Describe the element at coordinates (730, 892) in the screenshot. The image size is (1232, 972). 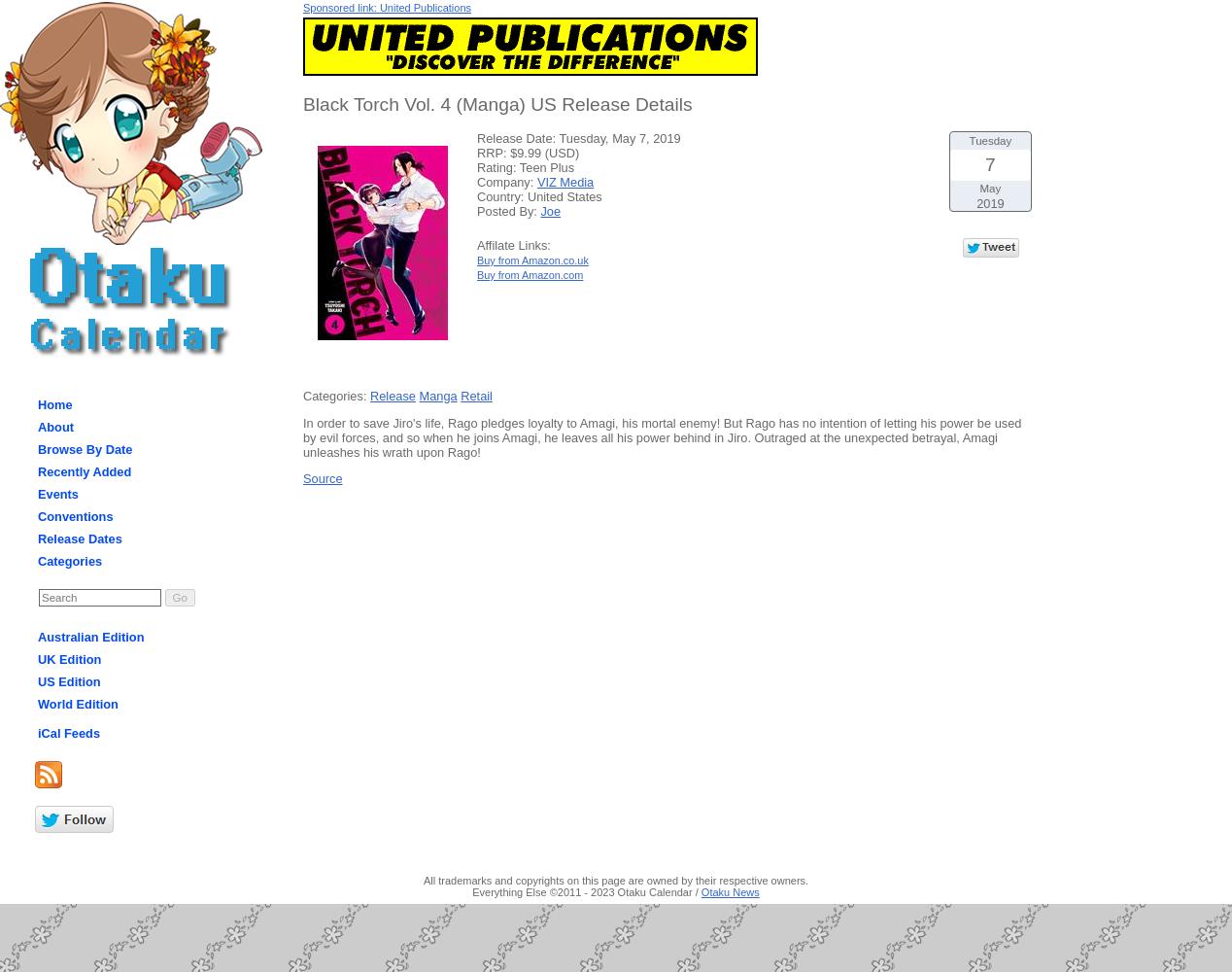
I see `'Otaku
                News'` at that location.